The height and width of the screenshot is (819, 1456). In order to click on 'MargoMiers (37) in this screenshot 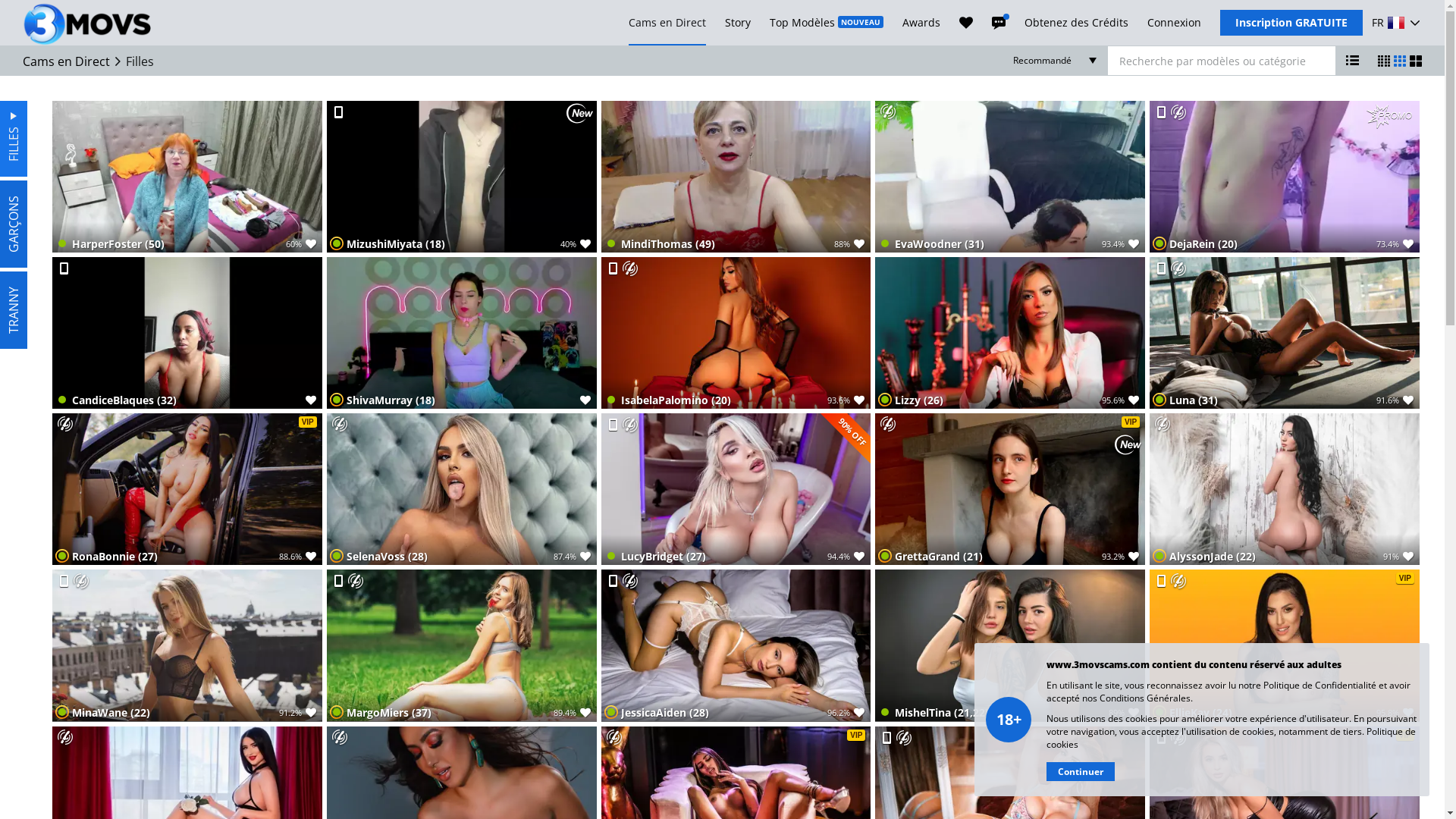, I will do `click(461, 645)`.